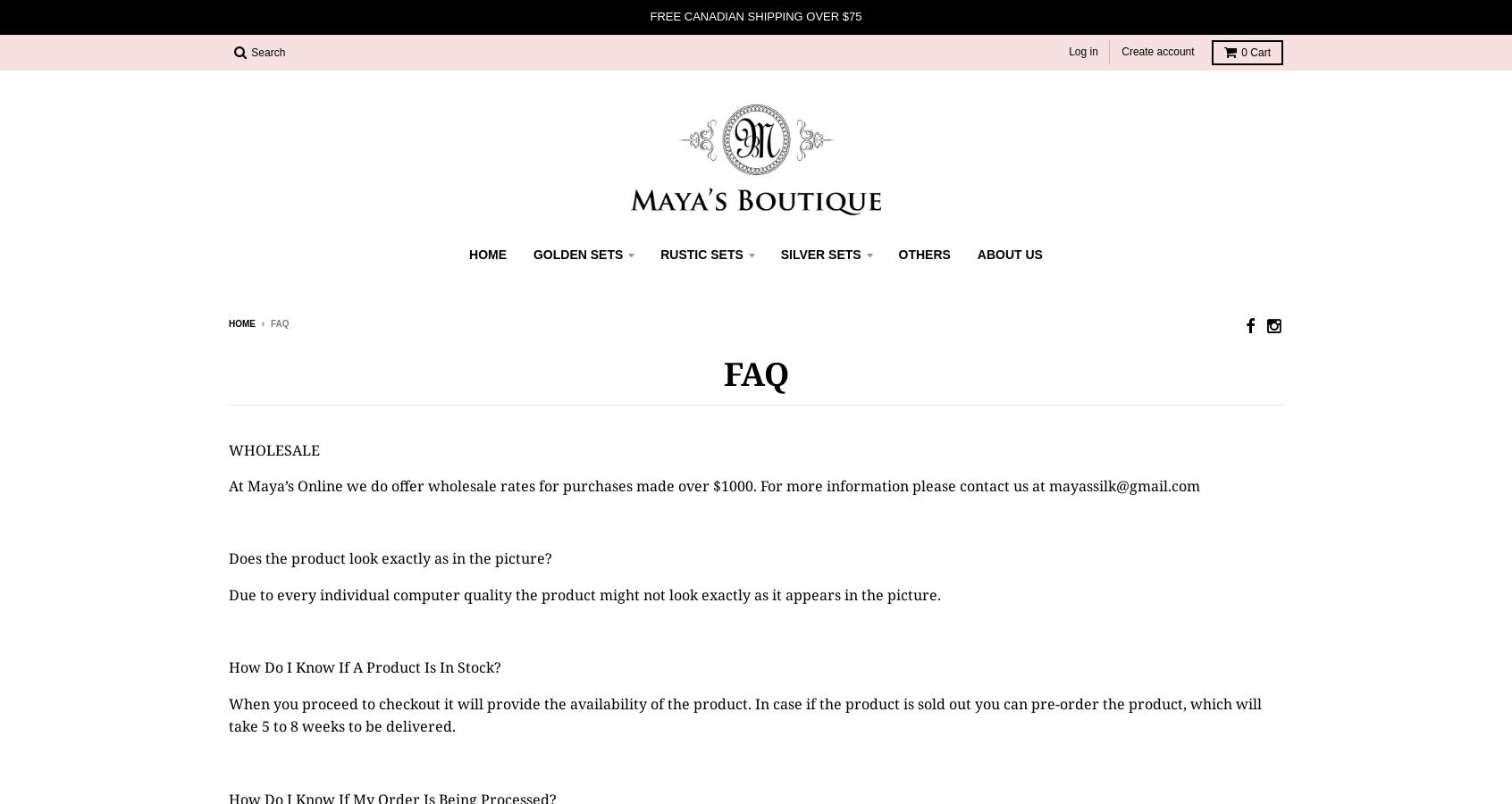 The height and width of the screenshot is (804, 1512). What do you see at coordinates (701, 254) in the screenshot?
I see `'Rustic Sets'` at bounding box center [701, 254].